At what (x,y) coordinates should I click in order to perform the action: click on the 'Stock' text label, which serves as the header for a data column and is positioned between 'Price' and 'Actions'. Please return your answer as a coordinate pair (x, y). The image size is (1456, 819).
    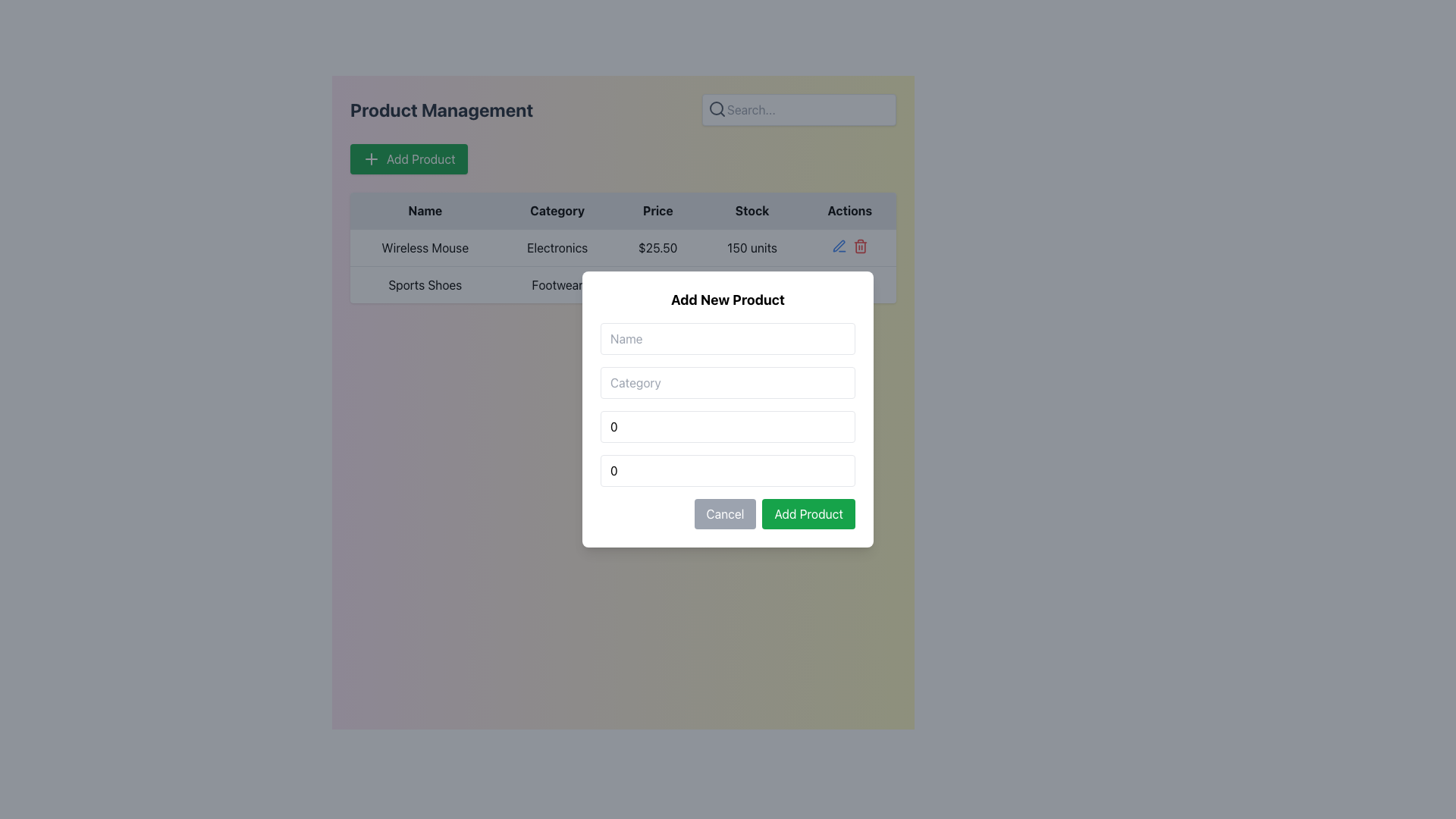
    Looking at the image, I should click on (752, 211).